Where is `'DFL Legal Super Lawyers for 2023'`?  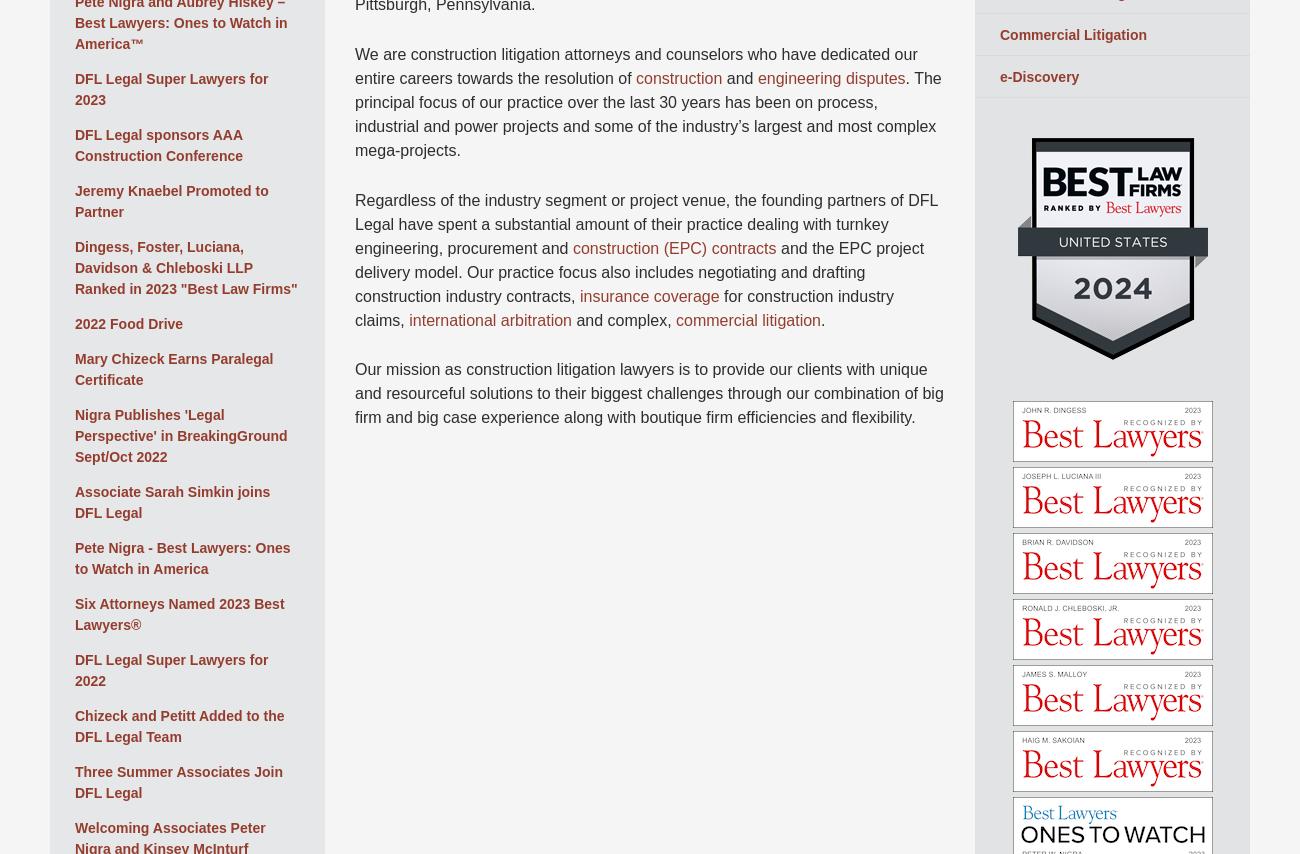
'DFL Legal Super Lawyers for 2023' is located at coordinates (171, 88).